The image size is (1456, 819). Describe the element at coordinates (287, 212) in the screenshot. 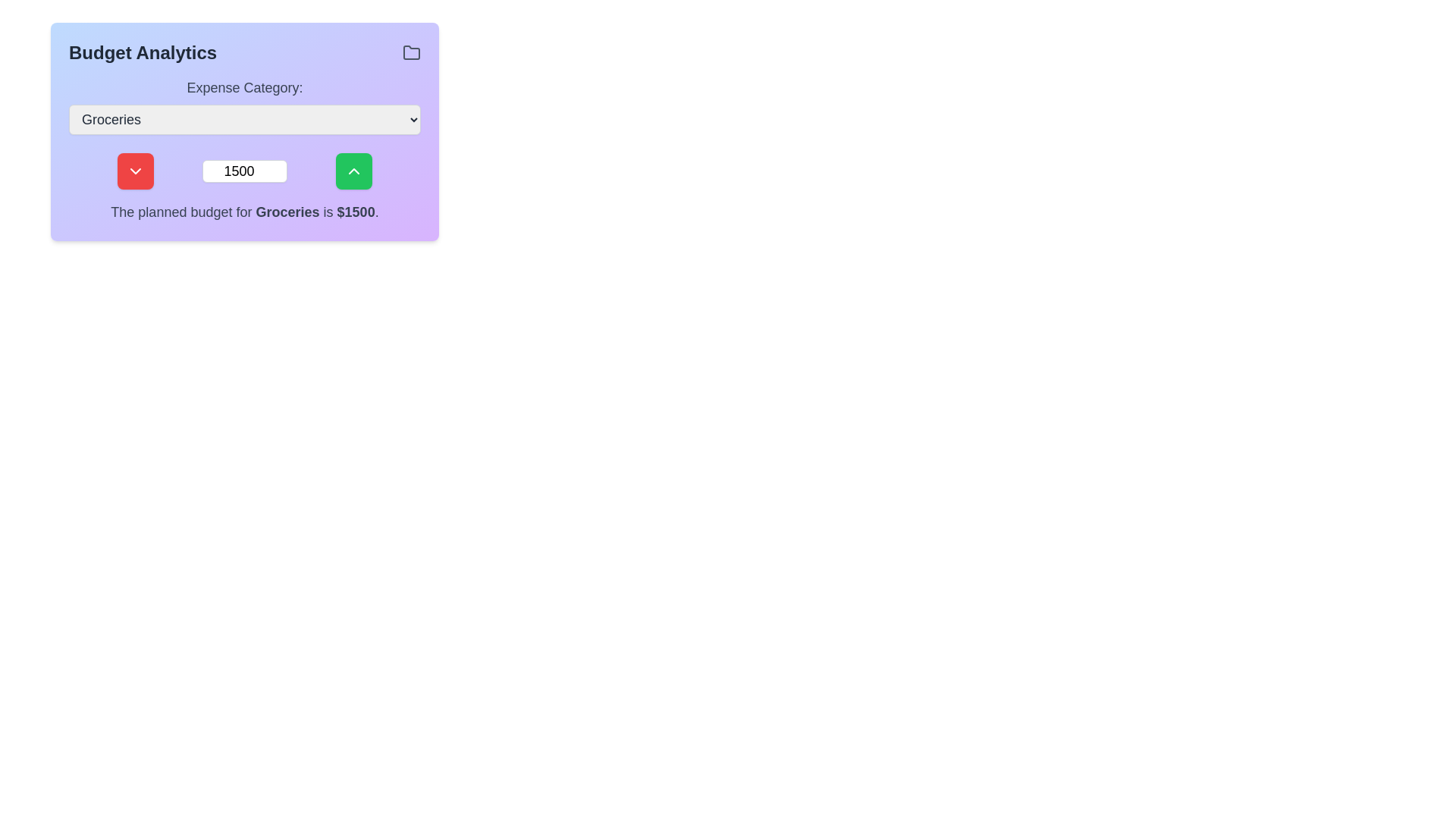

I see `the static text element displaying the word 'Groceries', which is styled in a medium-weight sans-serif font and is dark gray in color, located within the sentence about the planned budget` at that location.